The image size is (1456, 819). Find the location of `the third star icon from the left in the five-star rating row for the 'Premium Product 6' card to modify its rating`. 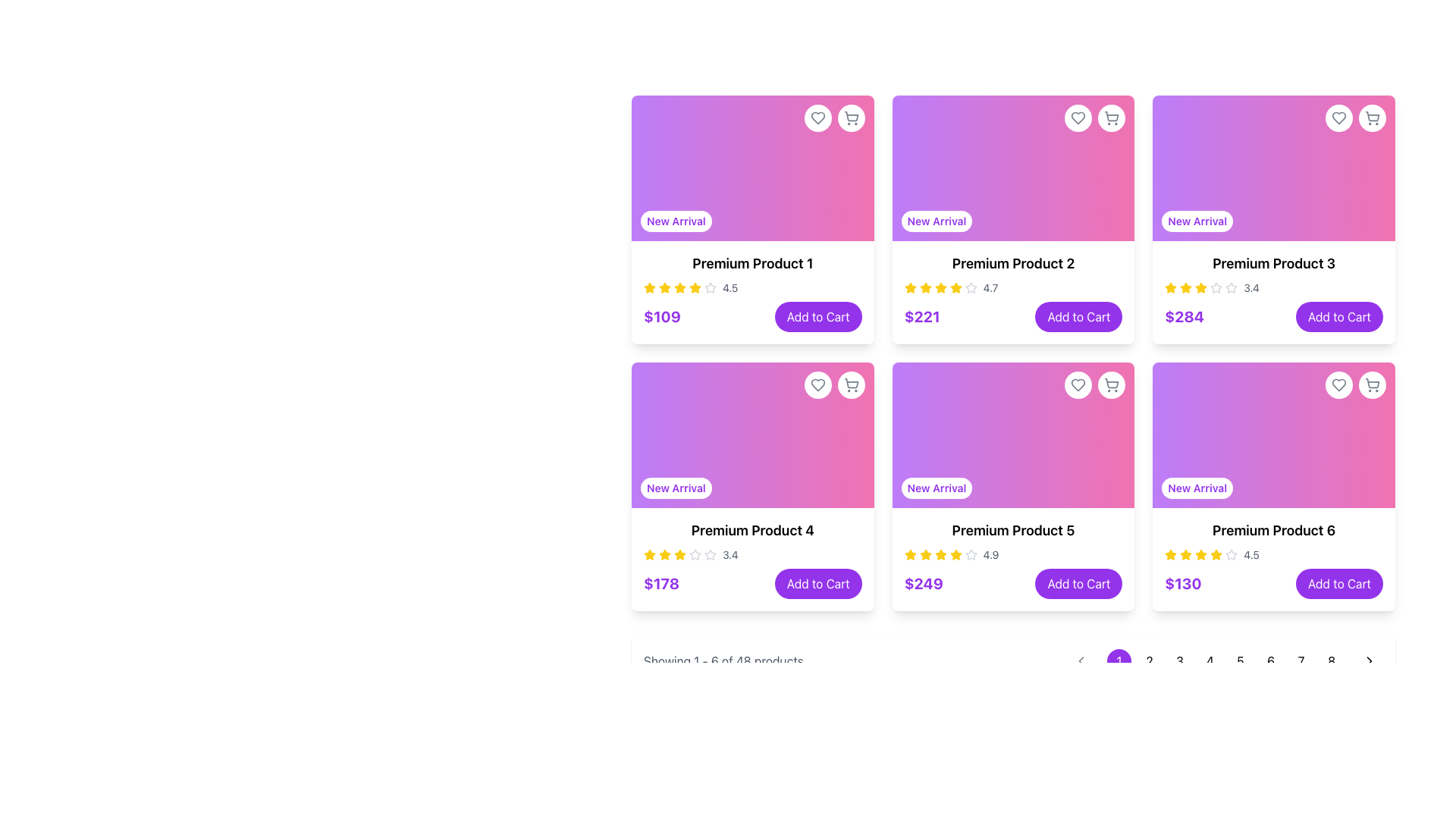

the third star icon from the left in the five-star rating row for the 'Premium Product 6' card to modify its rating is located at coordinates (1232, 554).